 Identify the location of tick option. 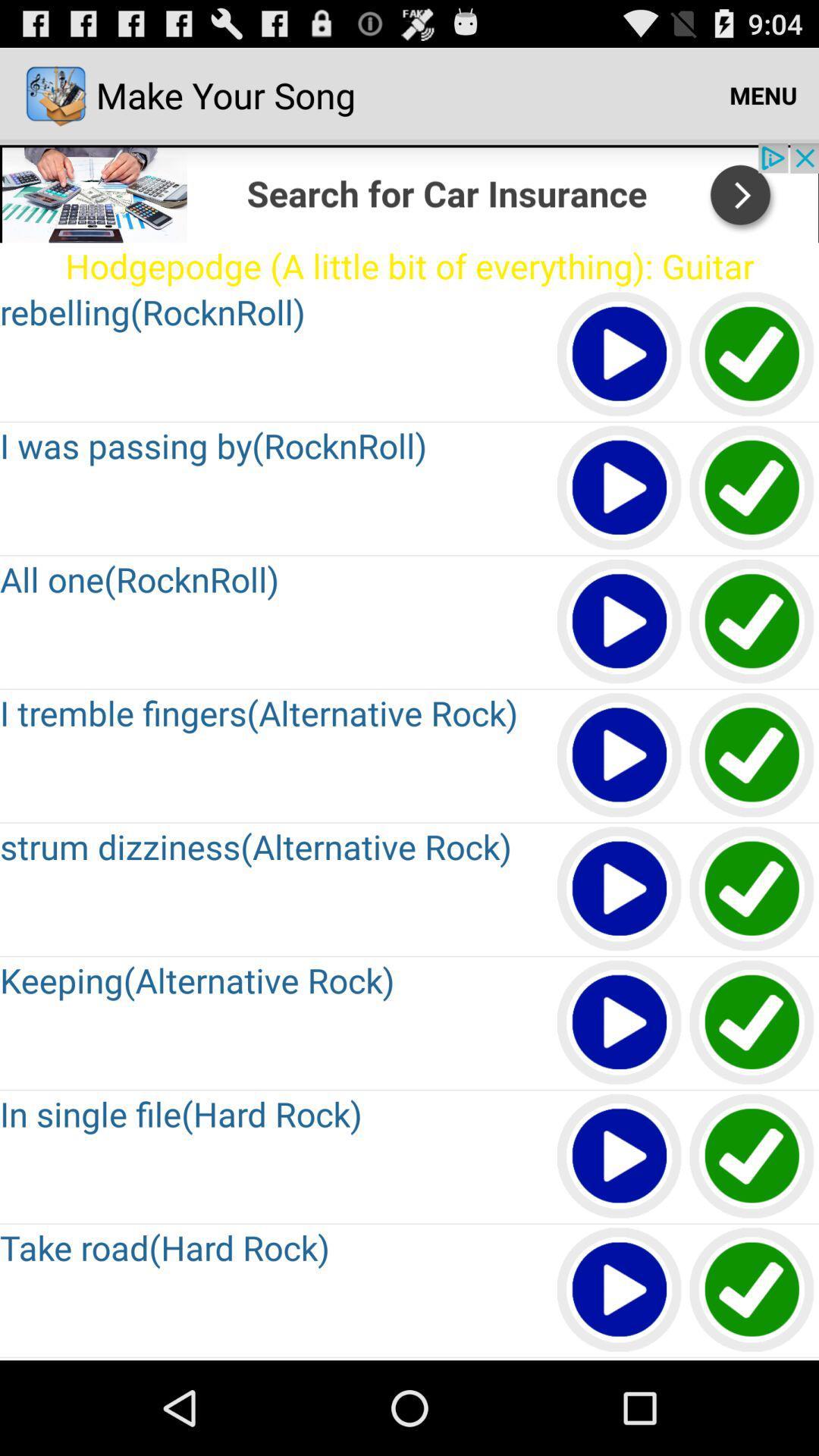
(752, 622).